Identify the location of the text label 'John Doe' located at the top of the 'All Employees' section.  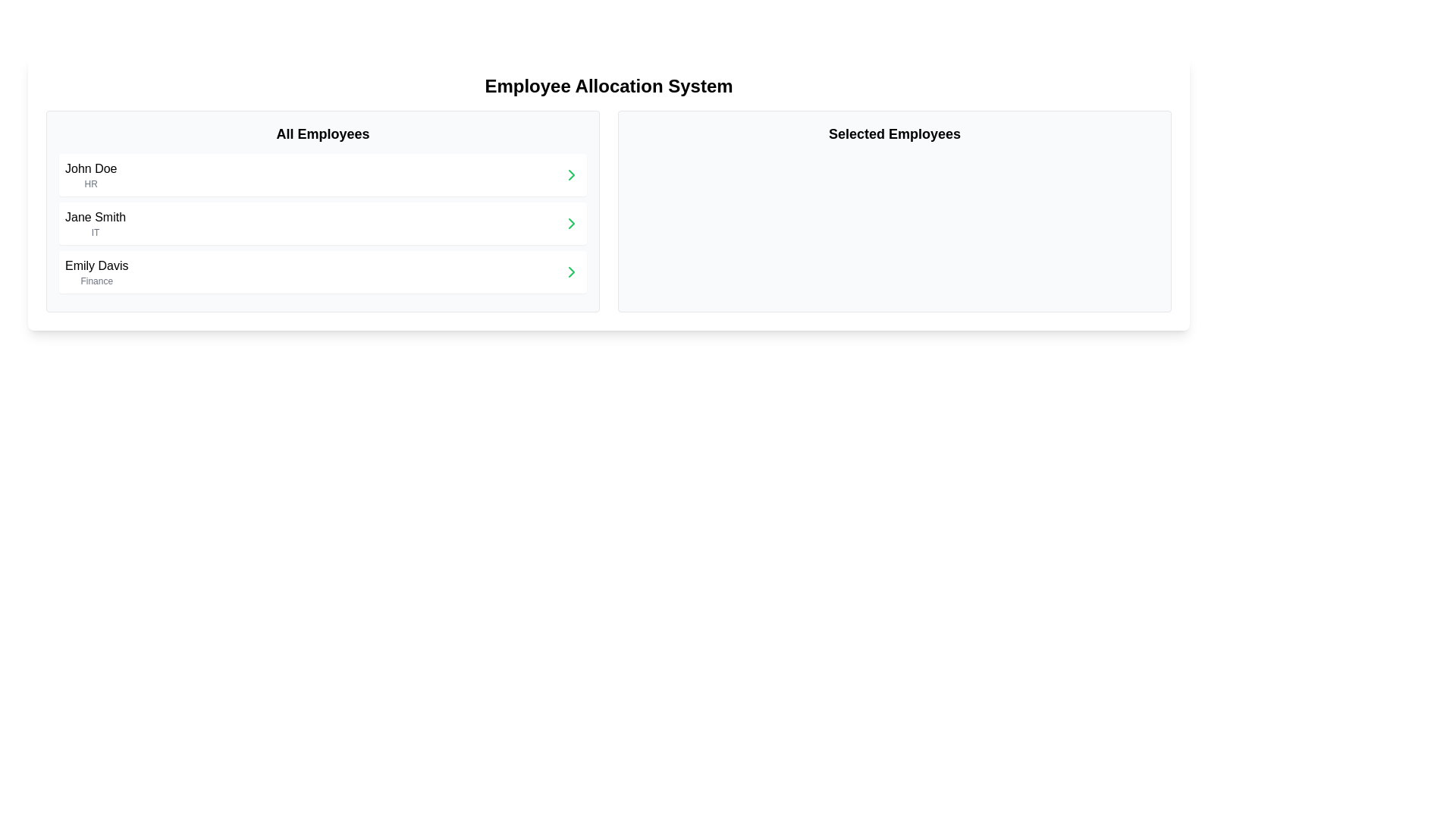
(90, 169).